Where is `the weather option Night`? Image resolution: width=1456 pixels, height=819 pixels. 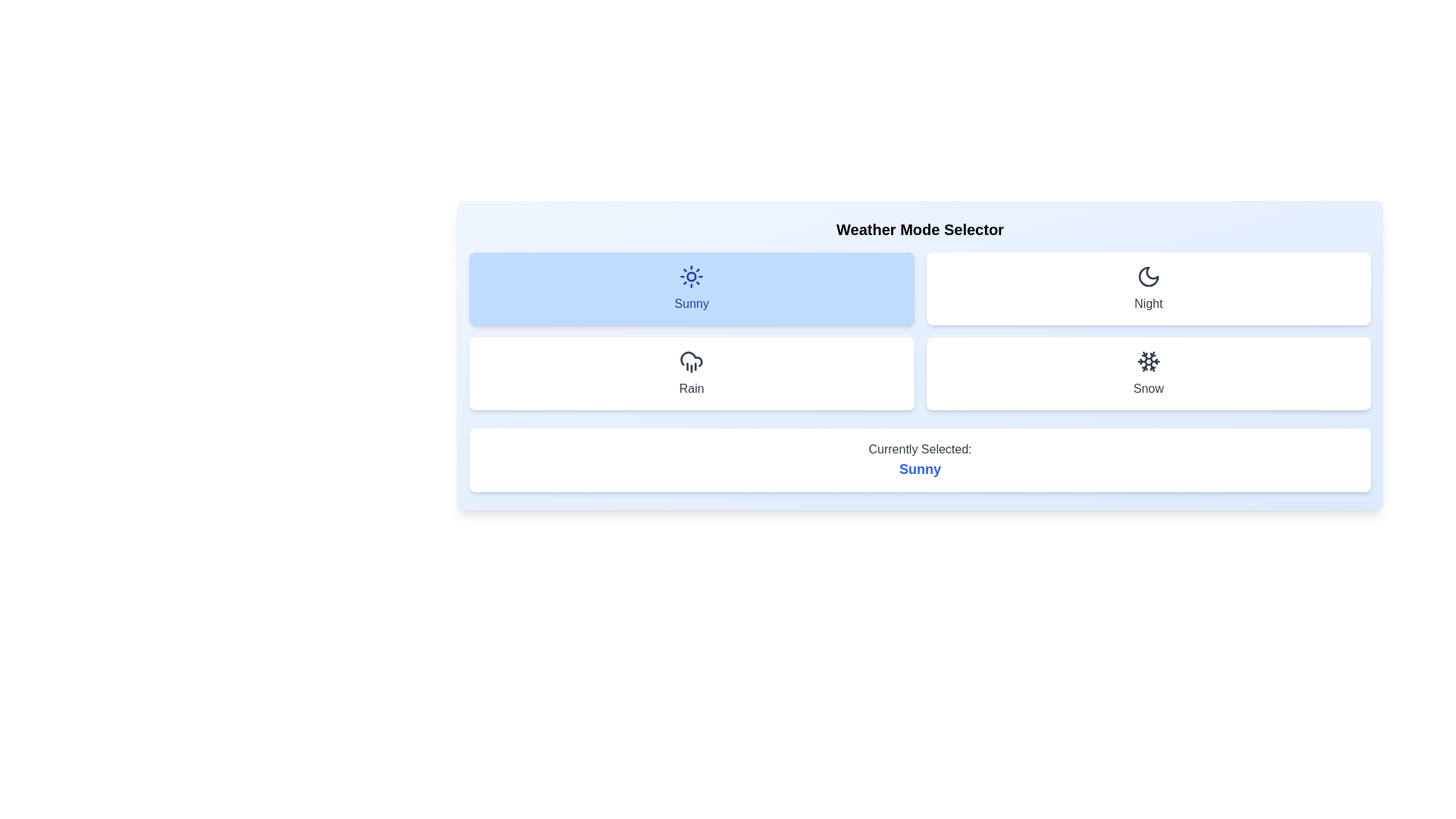 the weather option Night is located at coordinates (1148, 289).